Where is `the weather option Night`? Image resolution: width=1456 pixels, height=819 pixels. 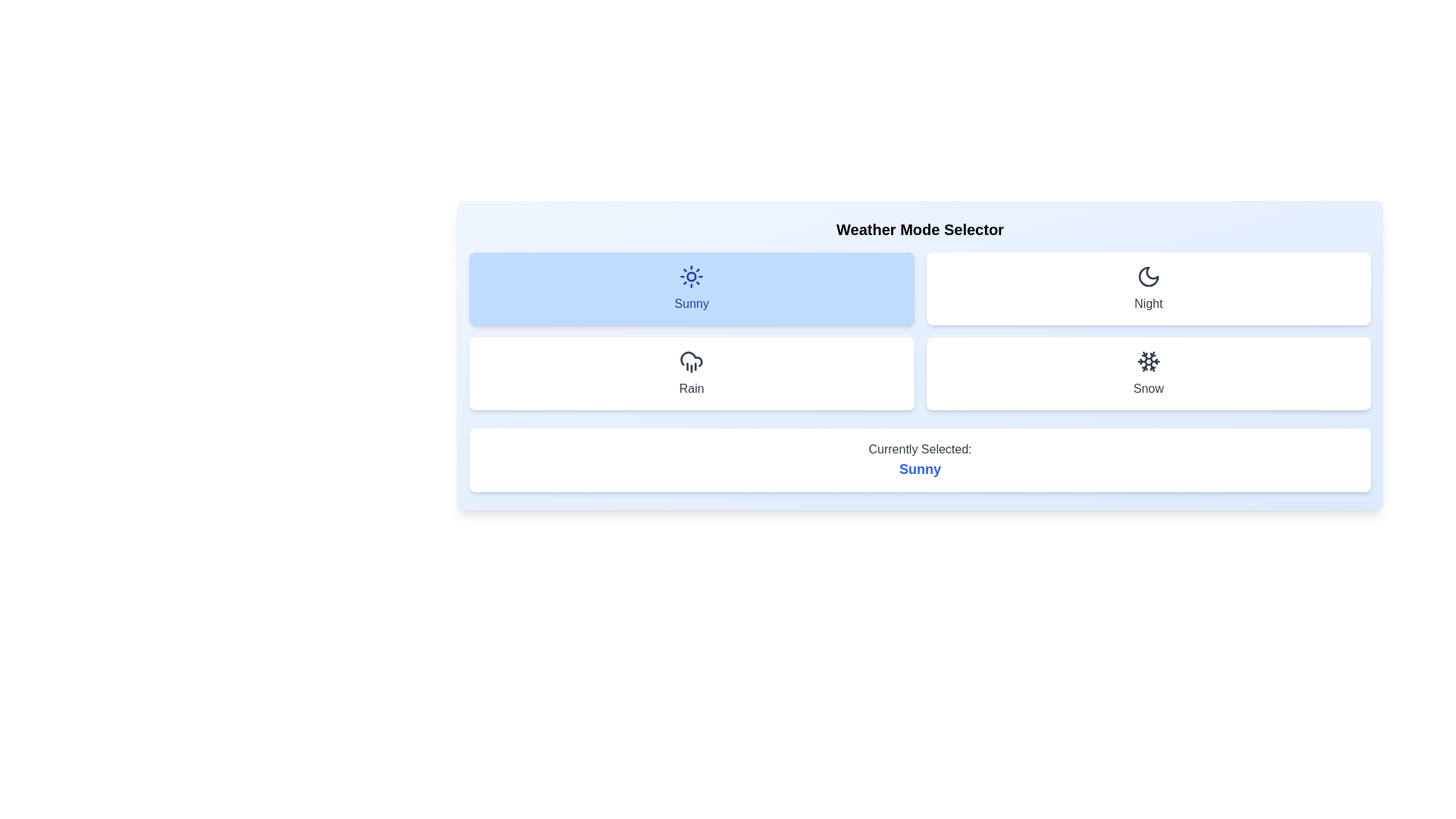 the weather option Night is located at coordinates (1148, 289).